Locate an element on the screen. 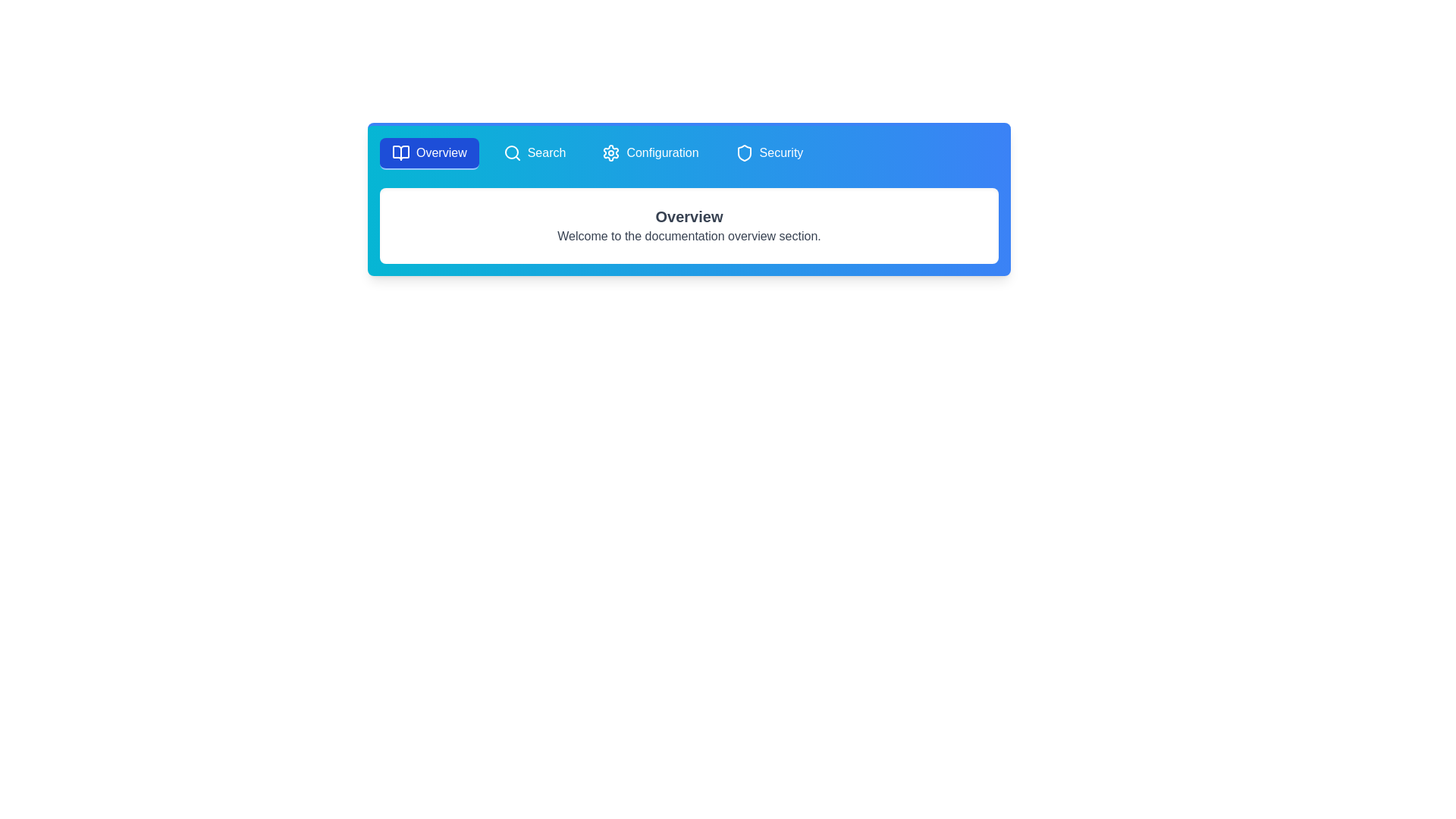 Image resolution: width=1456 pixels, height=819 pixels. the 'Security' button which is styled with a shield icon and located in the horizontal navigation bar is located at coordinates (769, 154).